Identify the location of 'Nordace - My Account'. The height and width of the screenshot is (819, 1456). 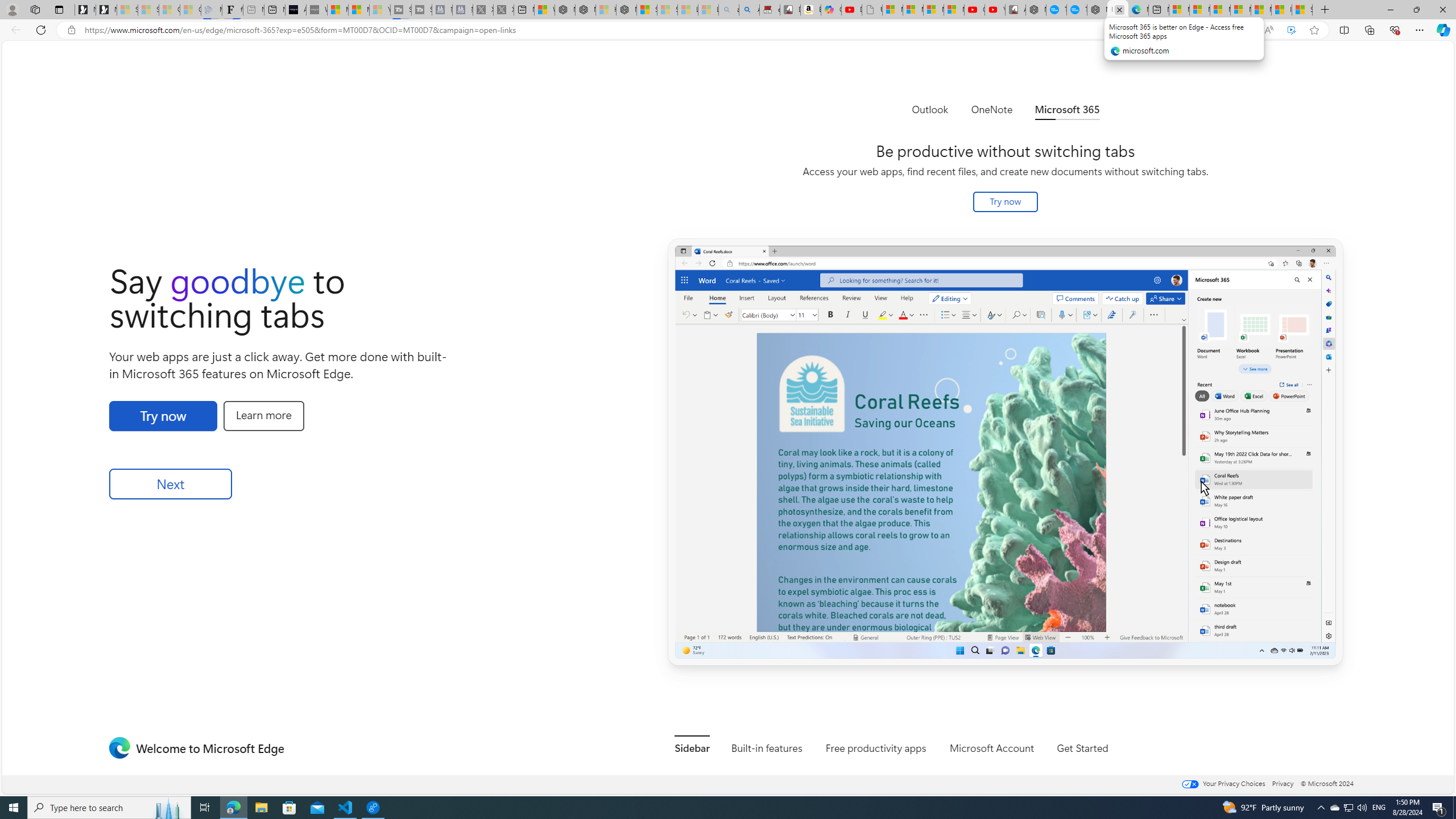
(1036, 9).